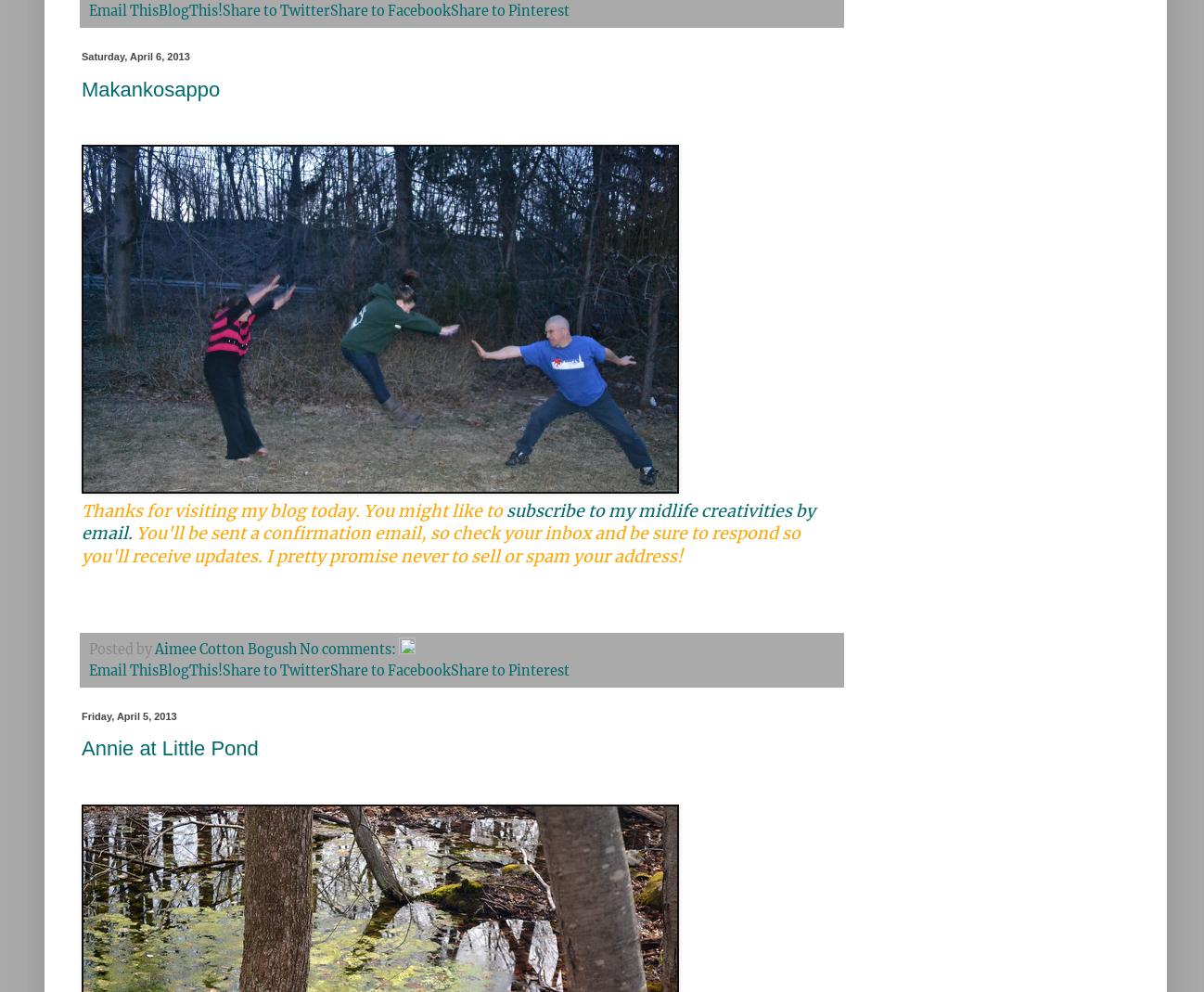 Image resolution: width=1204 pixels, height=992 pixels. I want to click on 'Posted by', so click(121, 648).